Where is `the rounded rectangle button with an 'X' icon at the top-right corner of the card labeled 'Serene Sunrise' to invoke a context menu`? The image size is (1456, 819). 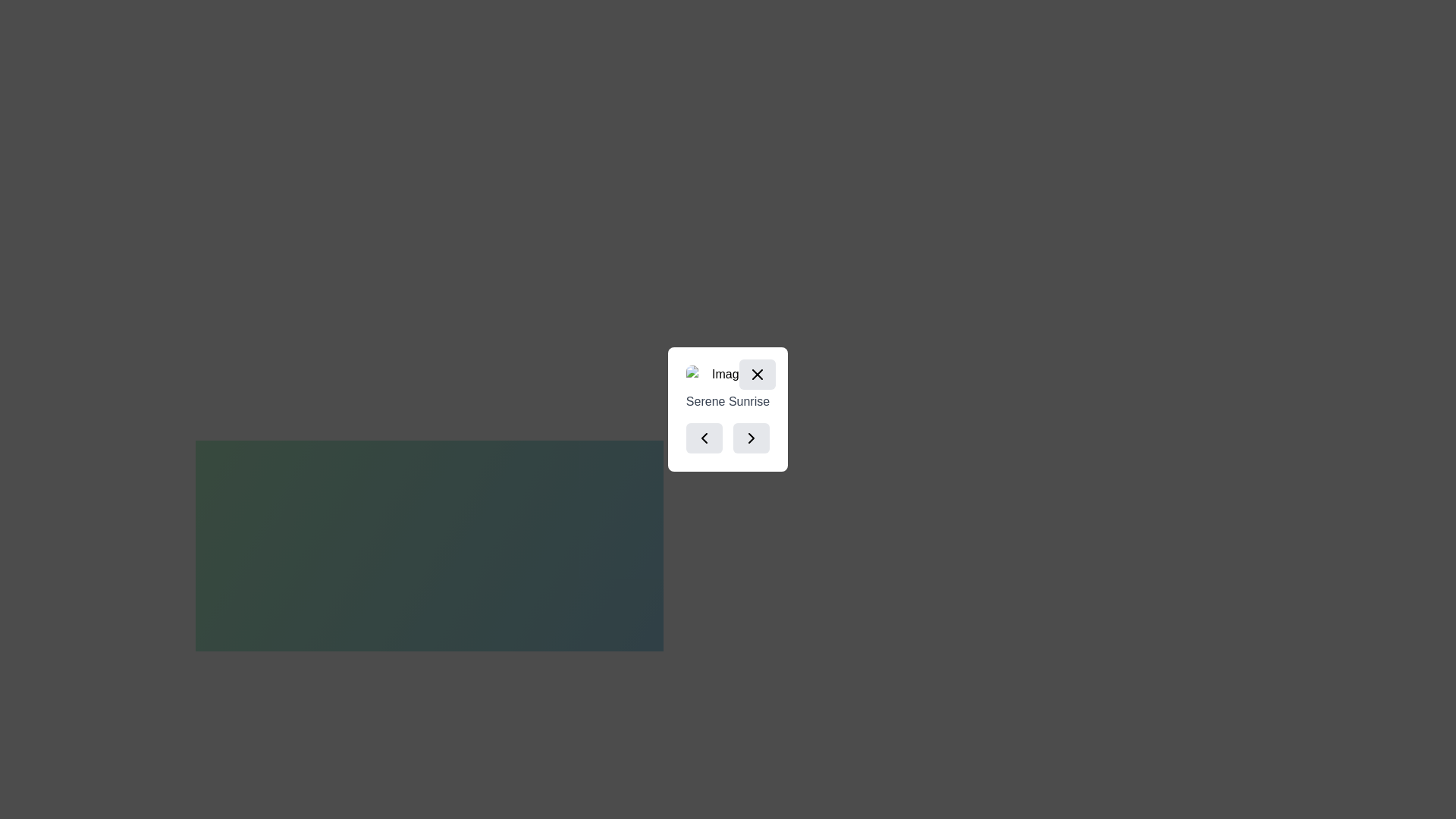
the rounded rectangle button with an 'X' icon at the top-right corner of the card labeled 'Serene Sunrise' to invoke a context menu is located at coordinates (758, 374).